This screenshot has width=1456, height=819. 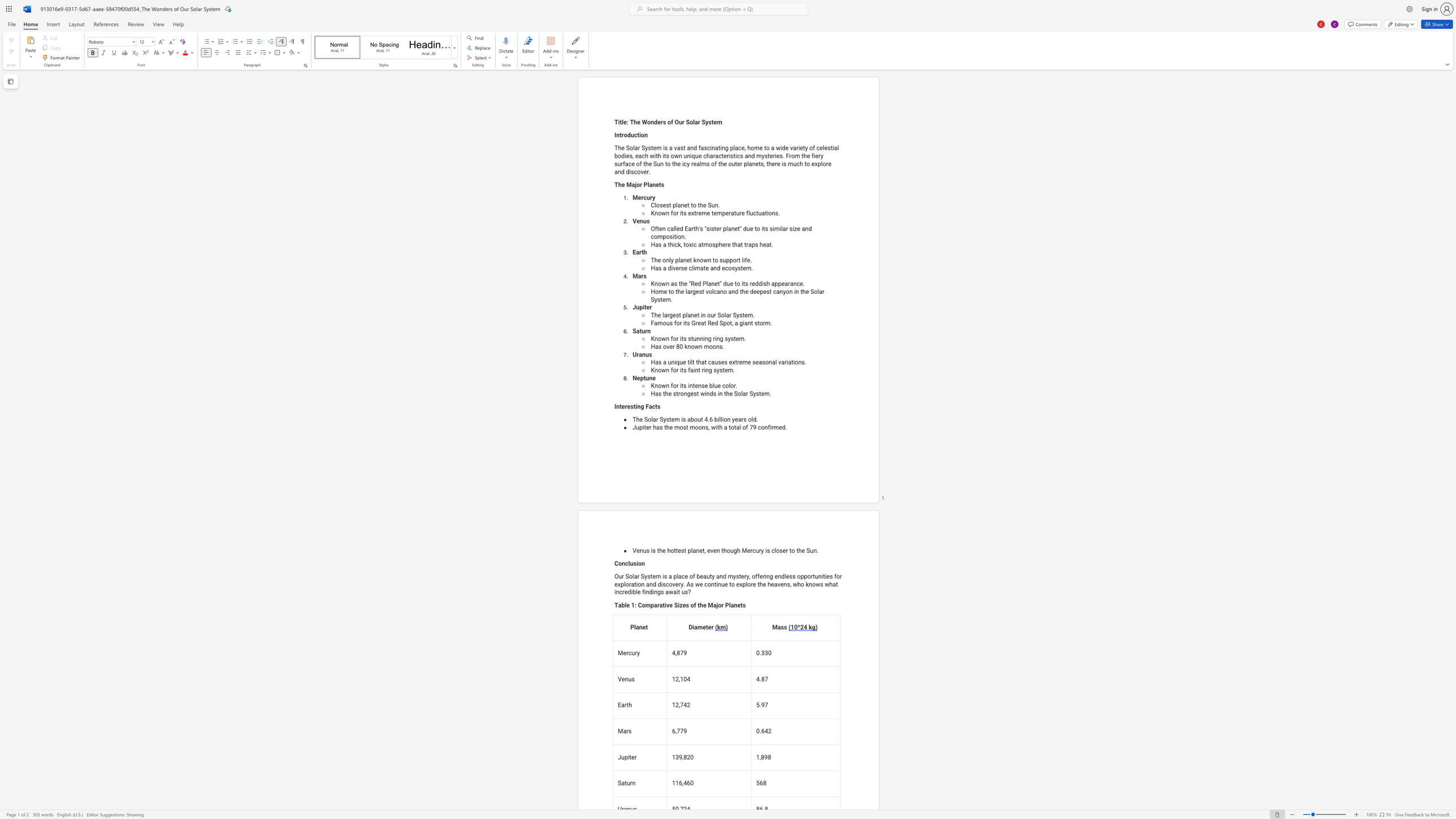 I want to click on the subset text "roduct" within the text "Introduction", so click(x=621, y=135).